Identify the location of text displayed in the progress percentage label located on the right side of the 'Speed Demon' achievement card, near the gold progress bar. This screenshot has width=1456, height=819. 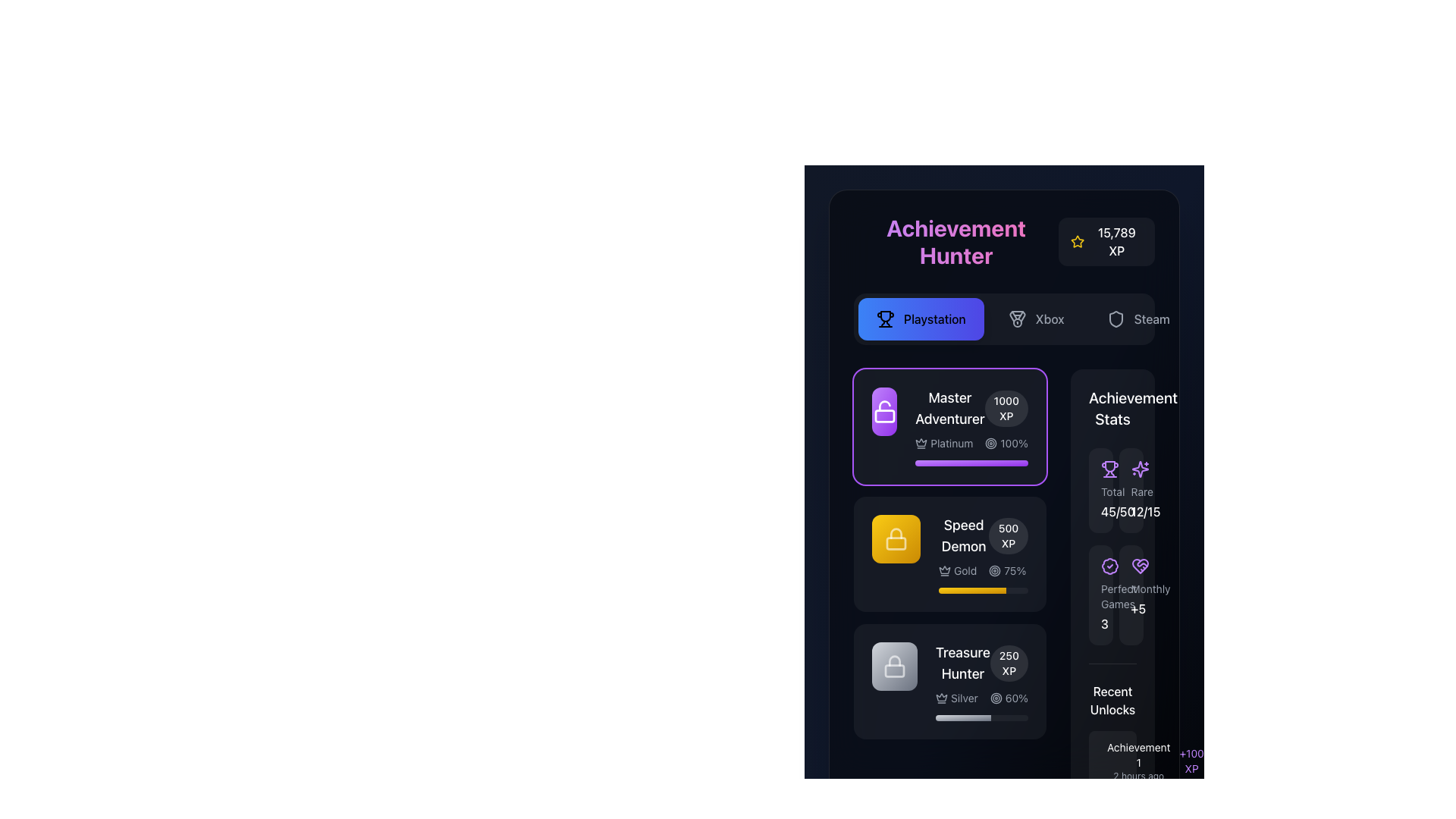
(1015, 570).